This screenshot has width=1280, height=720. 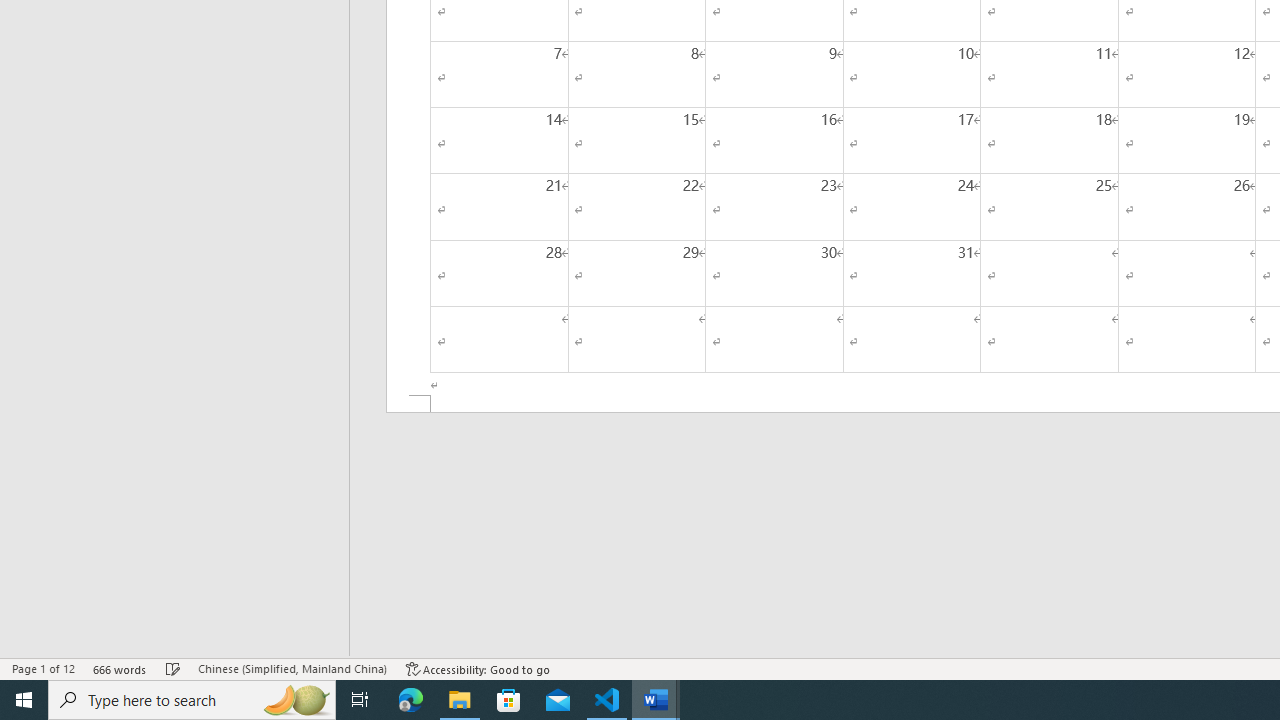 What do you see at coordinates (43, 669) in the screenshot?
I see `'Page Number Page 1 of 12'` at bounding box center [43, 669].